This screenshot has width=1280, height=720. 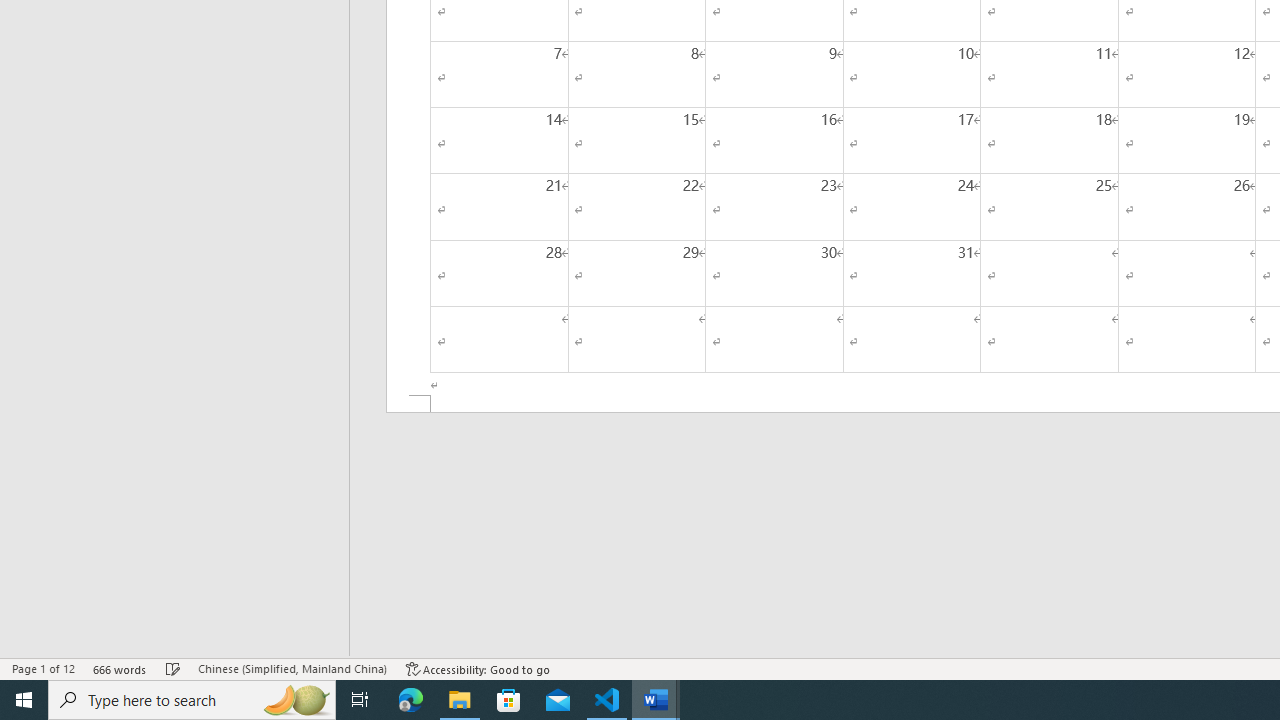 What do you see at coordinates (43, 669) in the screenshot?
I see `'Page Number Page 1 of 12'` at bounding box center [43, 669].